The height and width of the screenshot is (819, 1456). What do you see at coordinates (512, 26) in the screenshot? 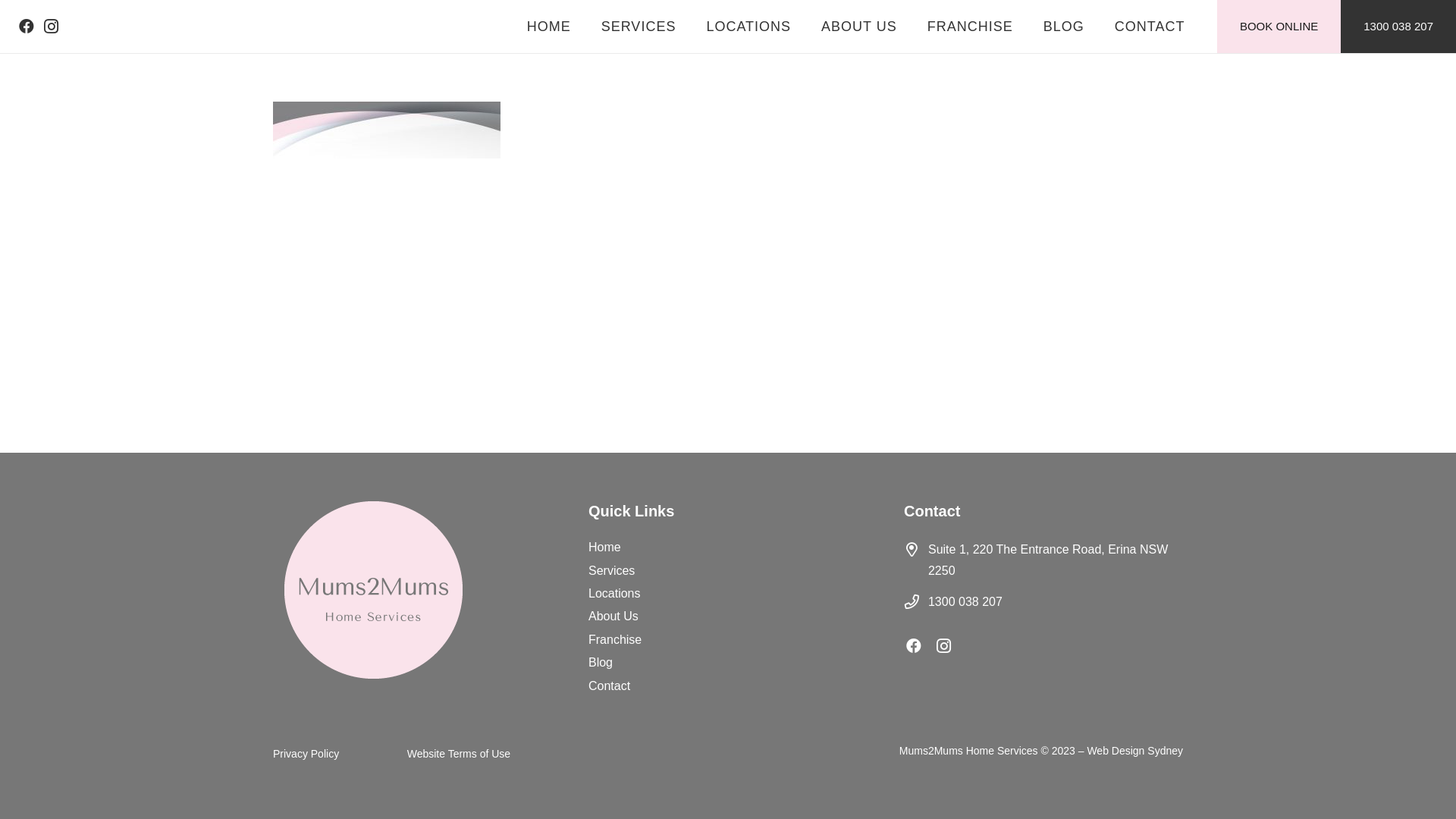
I see `'HOME'` at bounding box center [512, 26].